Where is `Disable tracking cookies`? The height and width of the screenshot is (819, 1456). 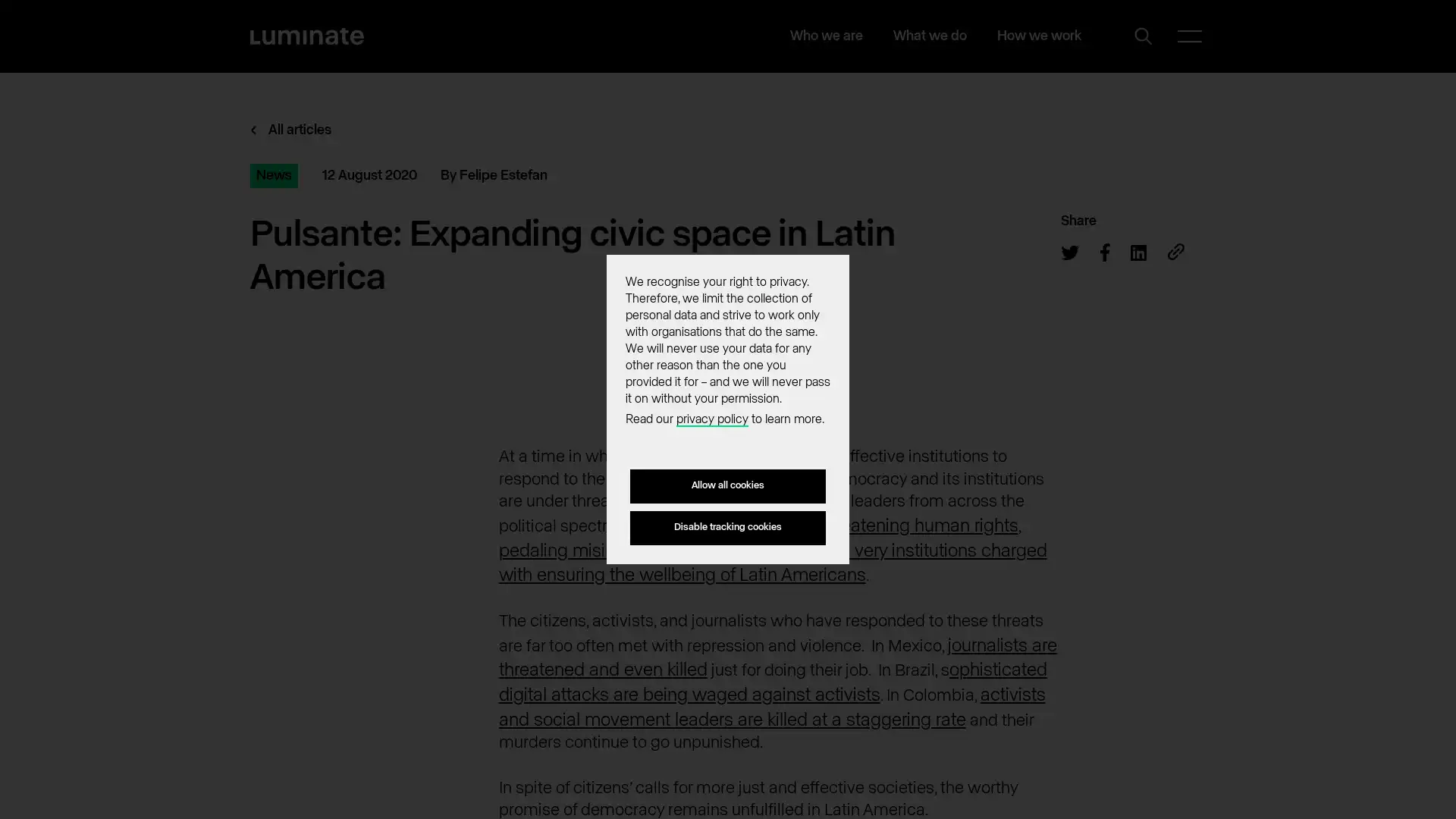 Disable tracking cookies is located at coordinates (728, 526).